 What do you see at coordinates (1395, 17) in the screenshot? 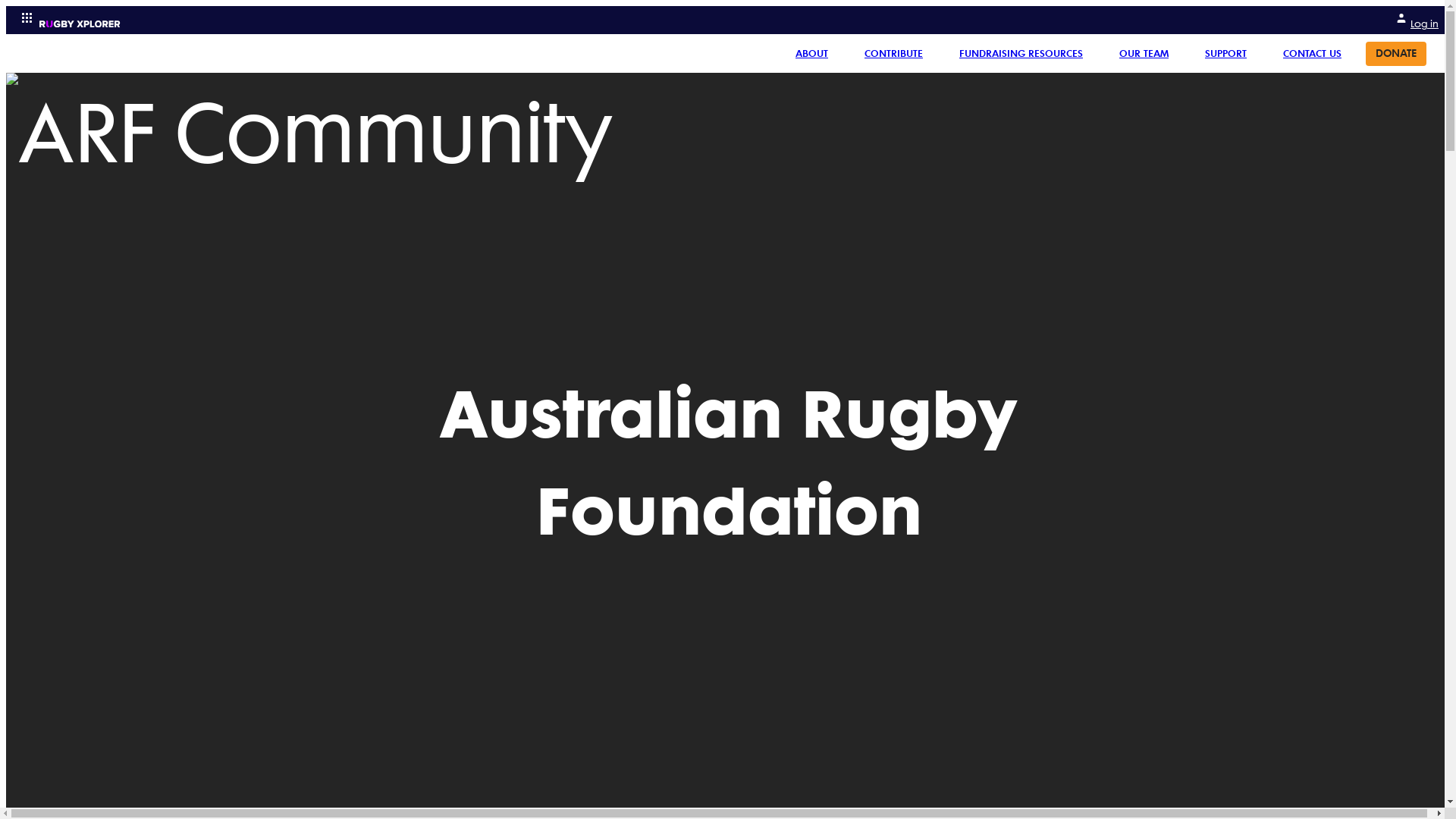
I see `'My Account'` at bounding box center [1395, 17].